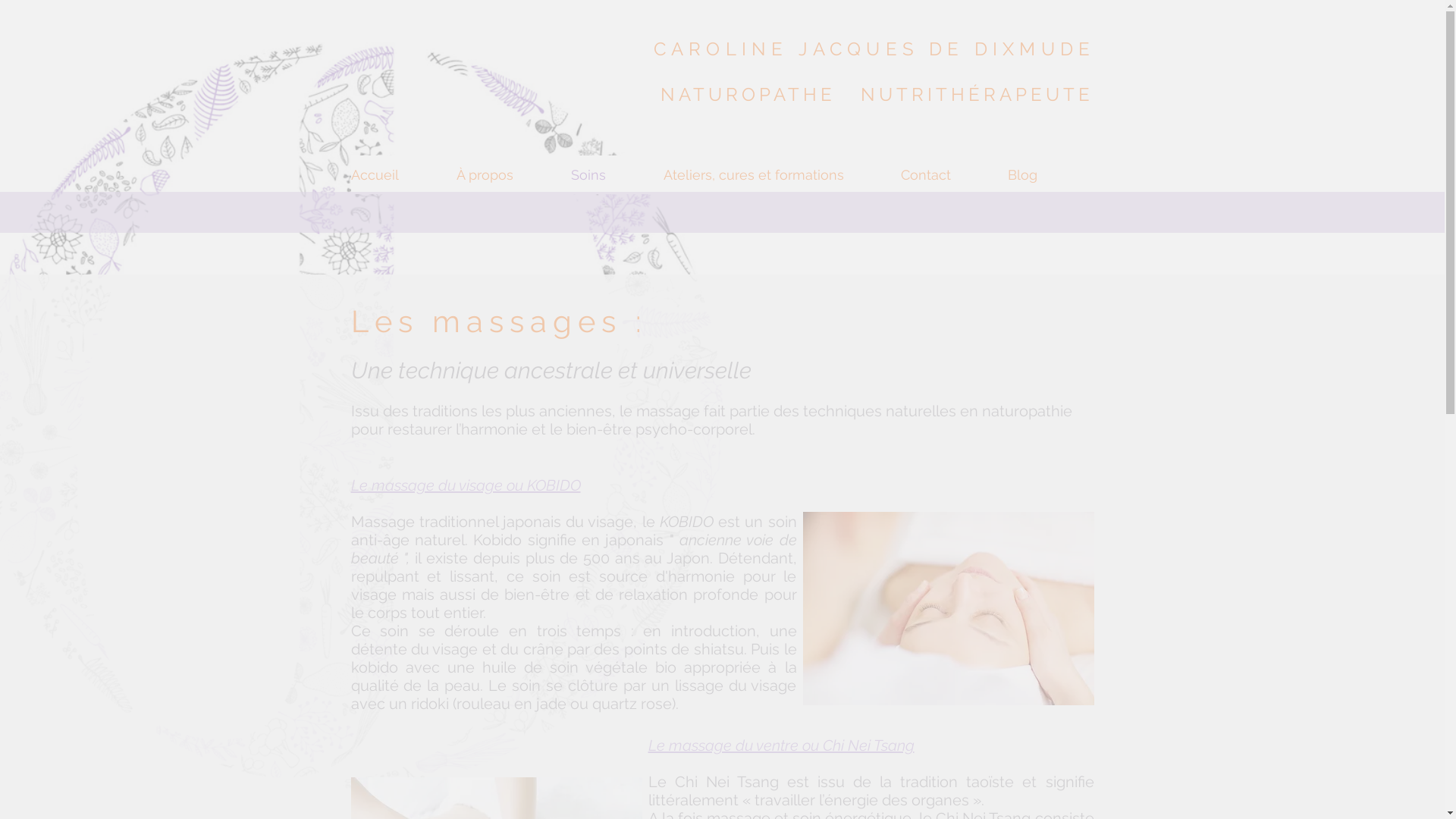  I want to click on 'Blog', so click(1050, 174).